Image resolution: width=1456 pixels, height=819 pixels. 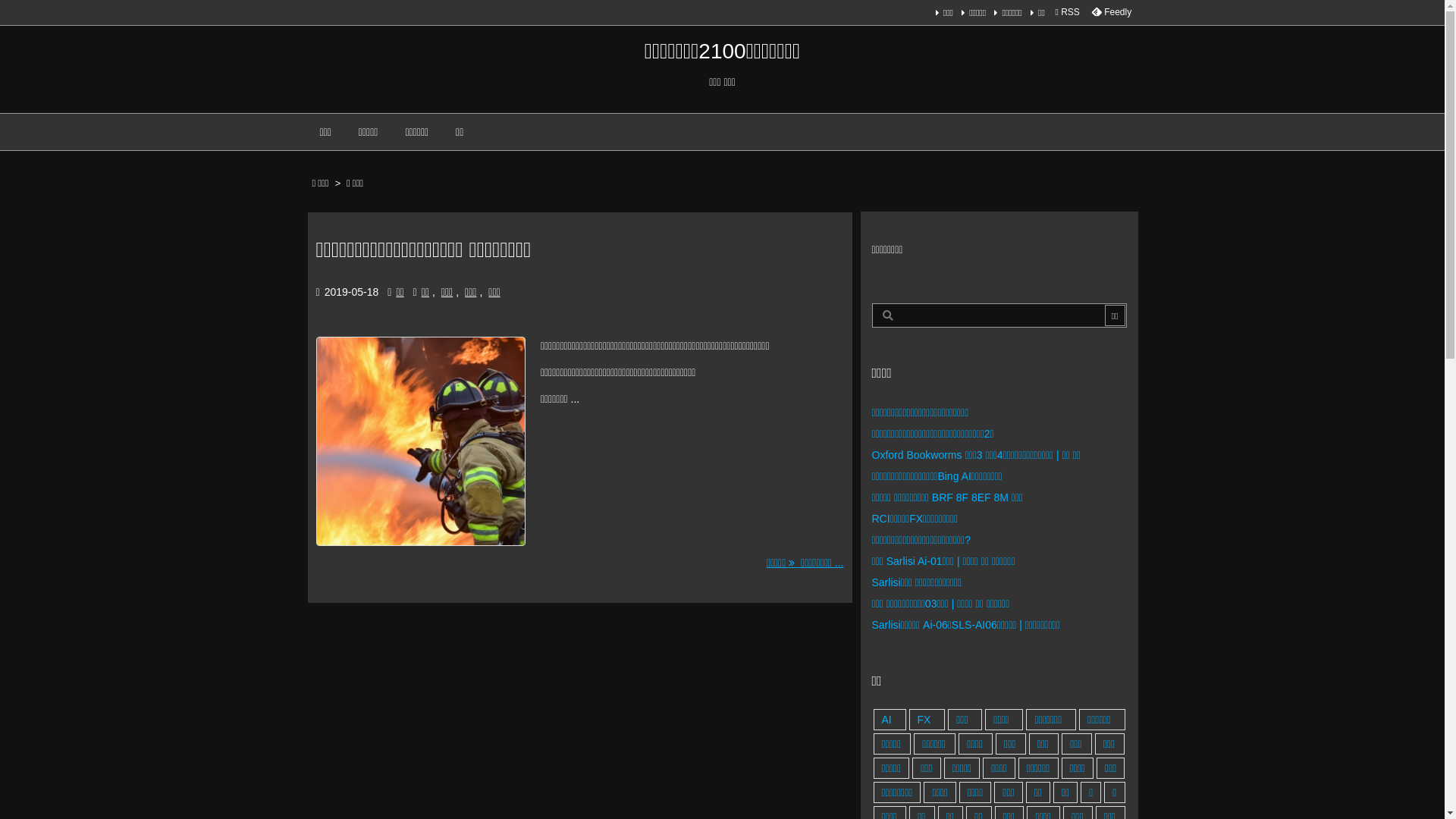 I want to click on 'FX', so click(x=926, y=718).